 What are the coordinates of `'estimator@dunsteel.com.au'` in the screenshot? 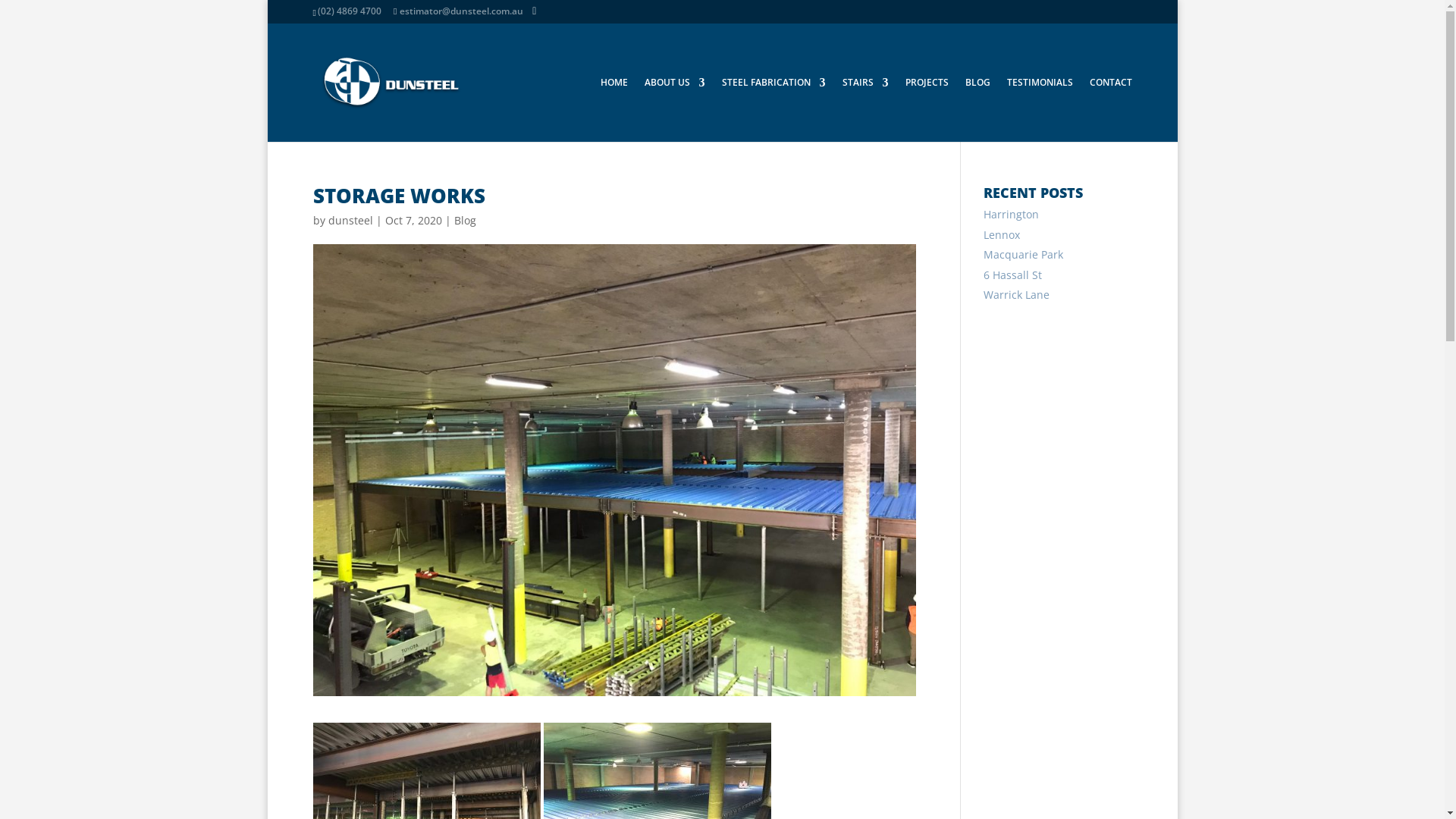 It's located at (393, 11).